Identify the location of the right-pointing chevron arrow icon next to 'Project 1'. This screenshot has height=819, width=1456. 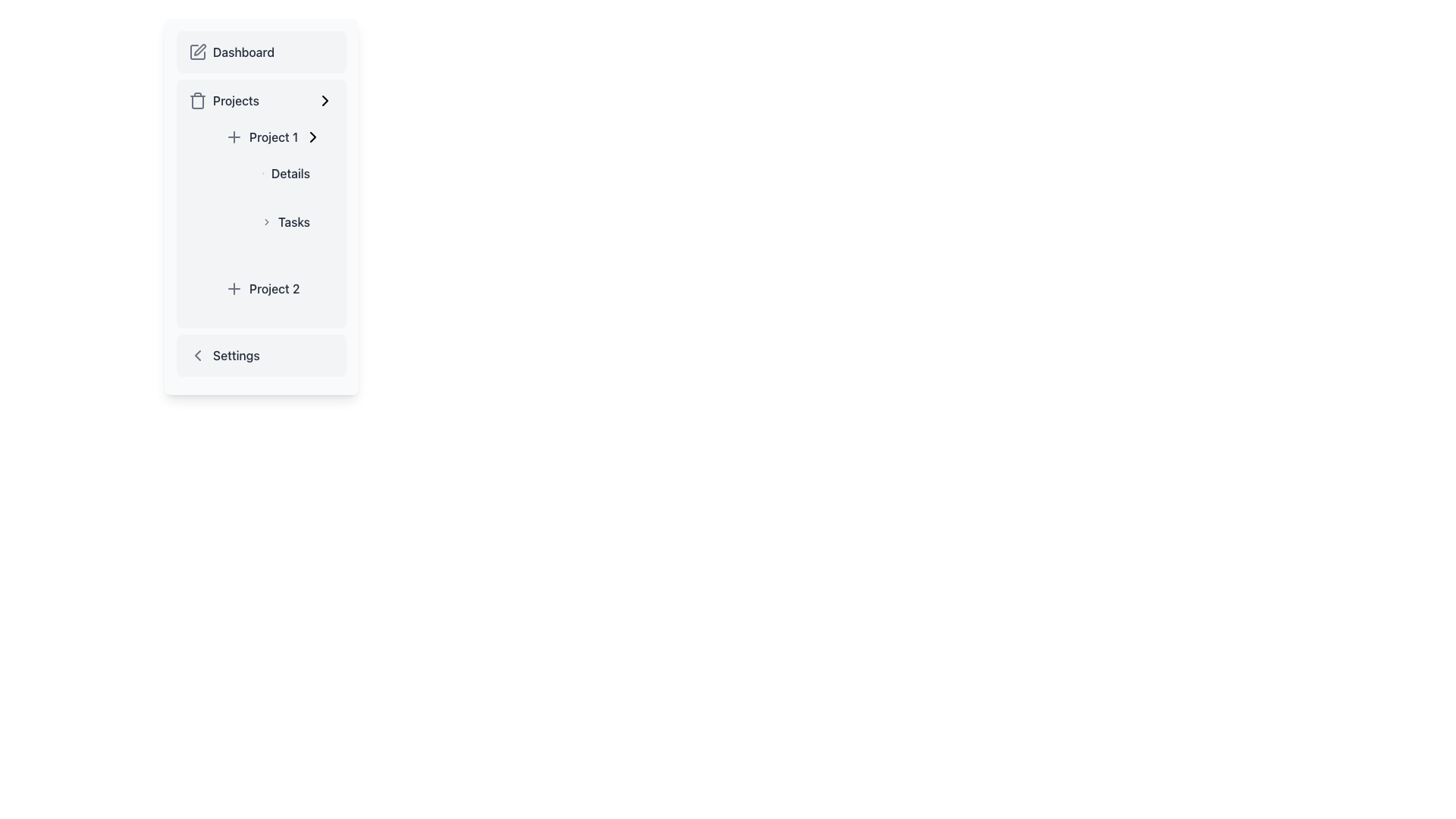
(312, 137).